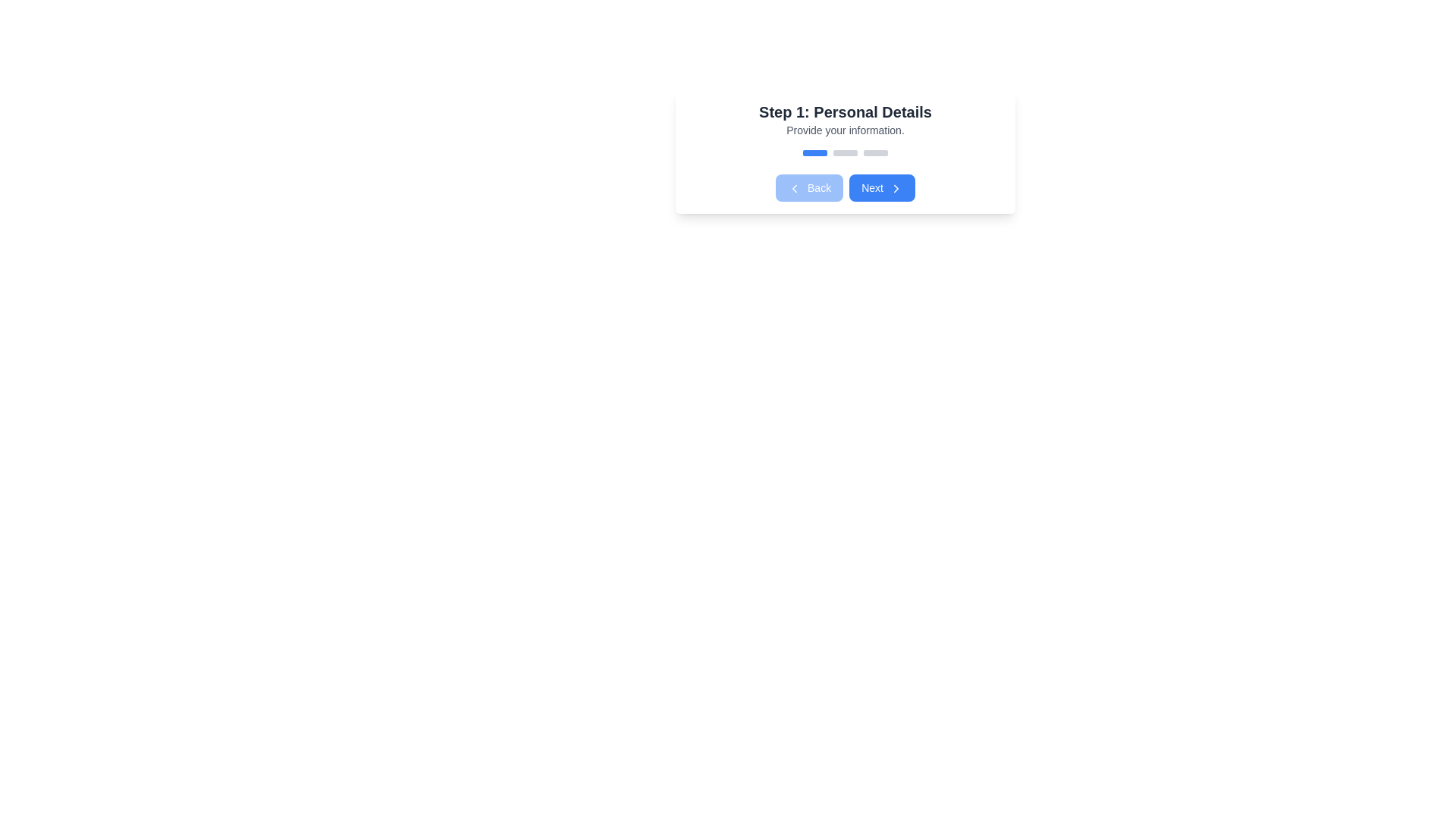  I want to click on the leftmost progress bar segment of the three-bar group, which indicates completion or selection in a multi-step process, so click(814, 152).